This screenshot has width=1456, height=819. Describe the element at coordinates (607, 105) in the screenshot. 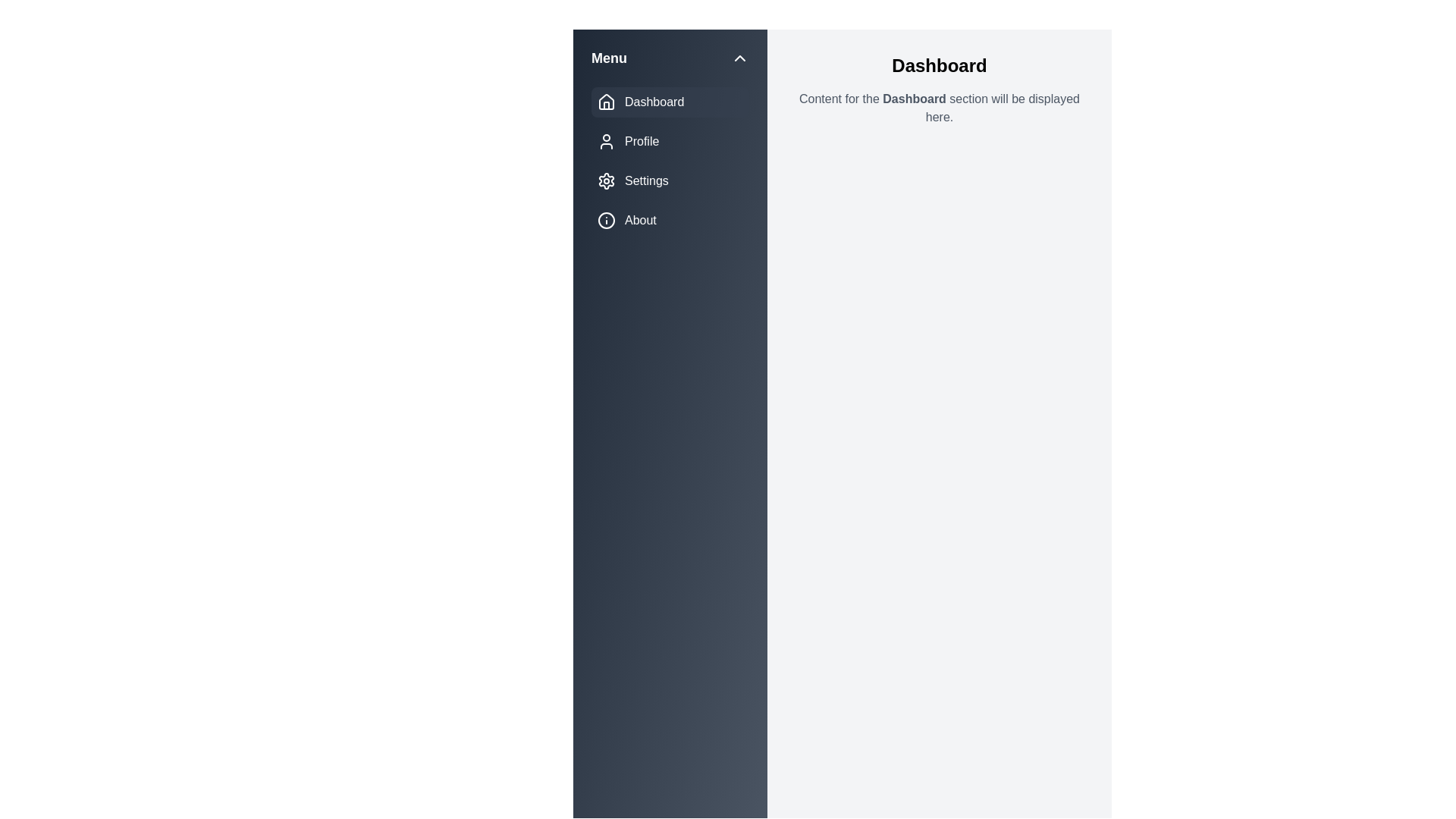

I see `the decorative graphic element that represents a door within the home-shaped icon preceding the 'Dashboard' menu entry` at that location.